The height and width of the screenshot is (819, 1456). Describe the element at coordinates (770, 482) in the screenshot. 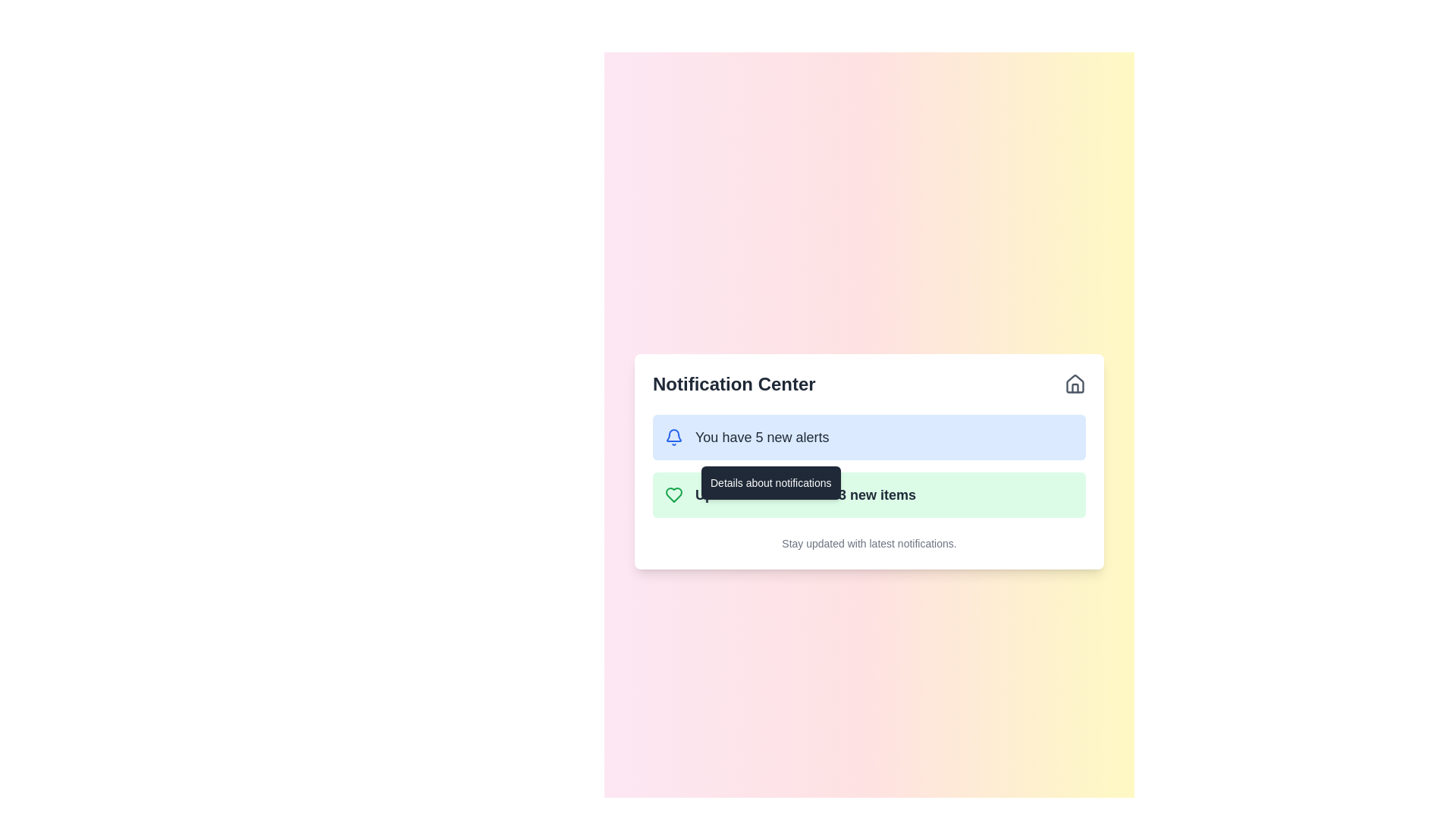

I see `the Tooltip that provides additional information about notifications, specifically stating 'Update on 3 new items'` at that location.